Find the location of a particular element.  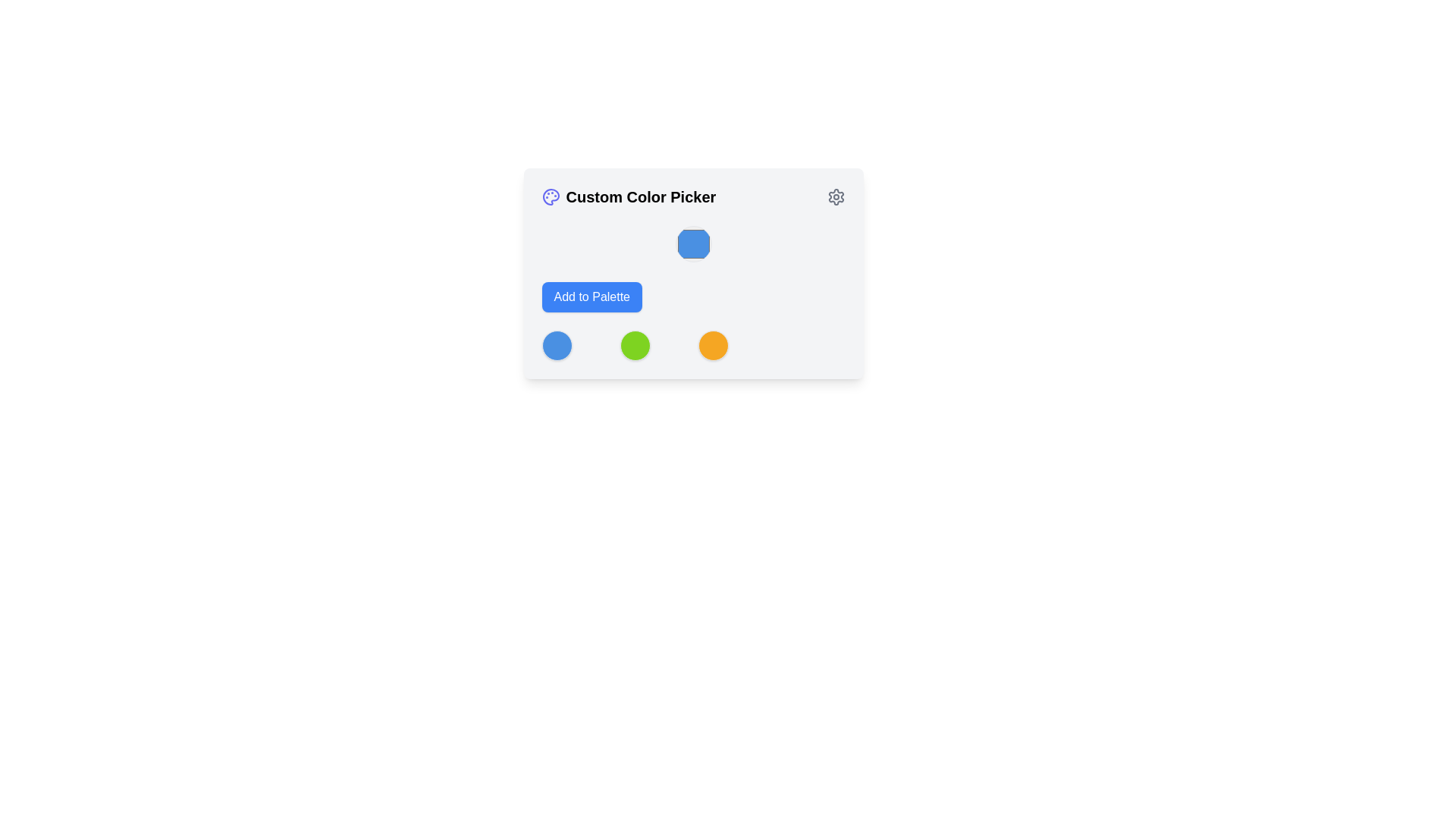

the gear-shaped icon located is located at coordinates (835, 196).